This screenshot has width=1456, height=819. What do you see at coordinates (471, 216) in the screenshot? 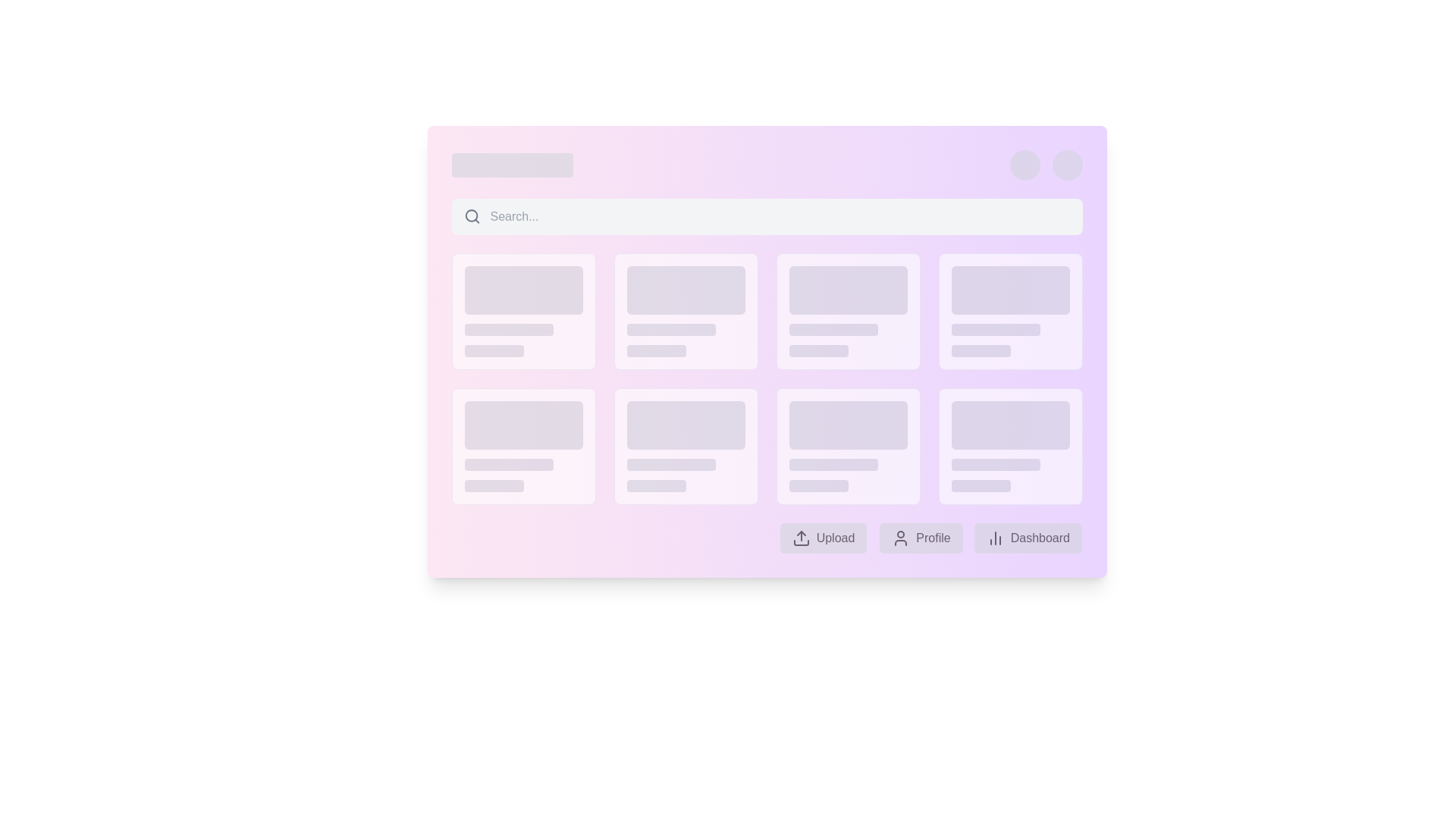
I see `the circular inner part of the magnifying glass icon located left of the search bar` at bounding box center [471, 216].